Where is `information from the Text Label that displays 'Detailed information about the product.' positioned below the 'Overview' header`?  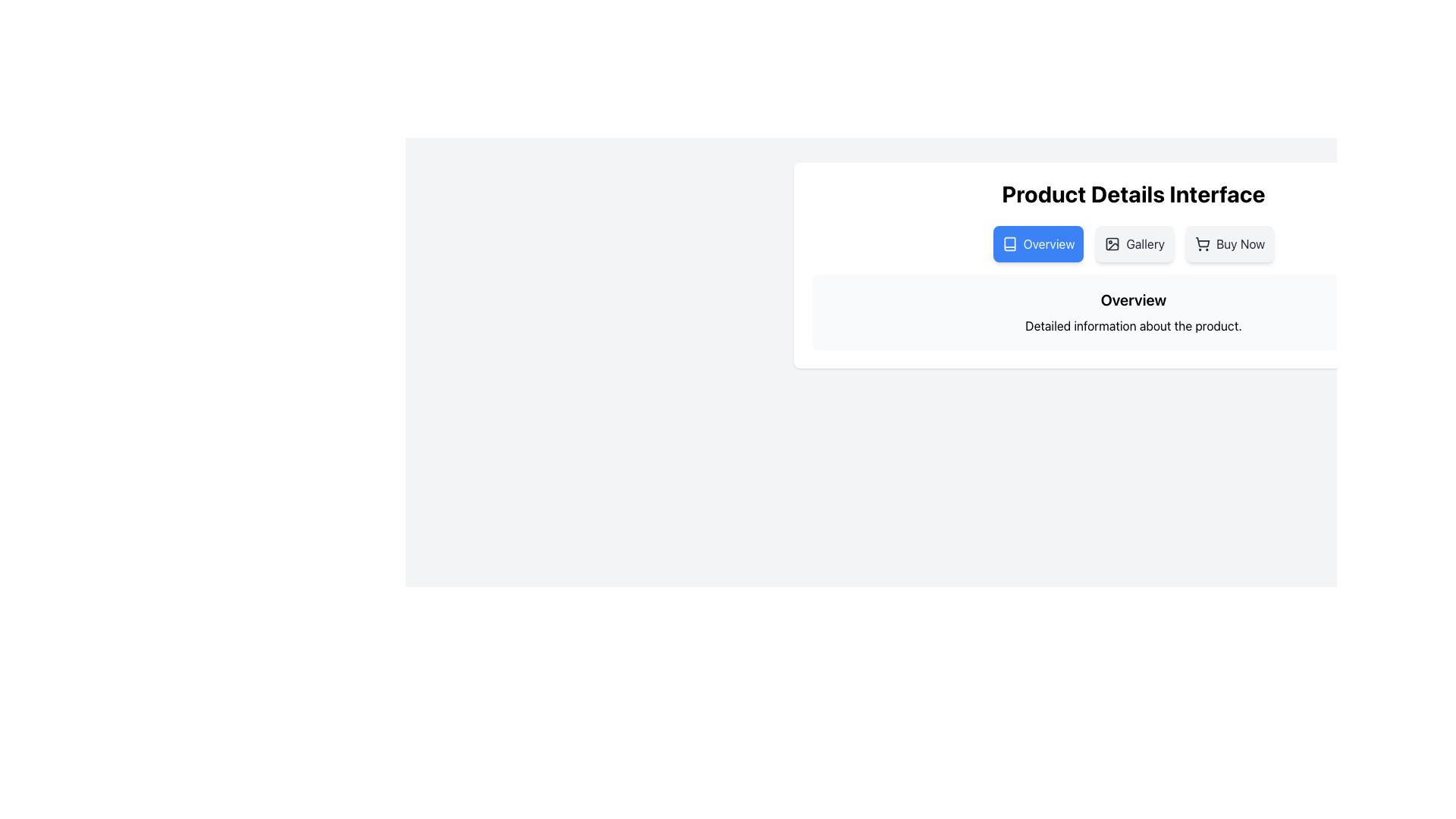 information from the Text Label that displays 'Detailed information about the product.' positioned below the 'Overview' header is located at coordinates (1133, 325).